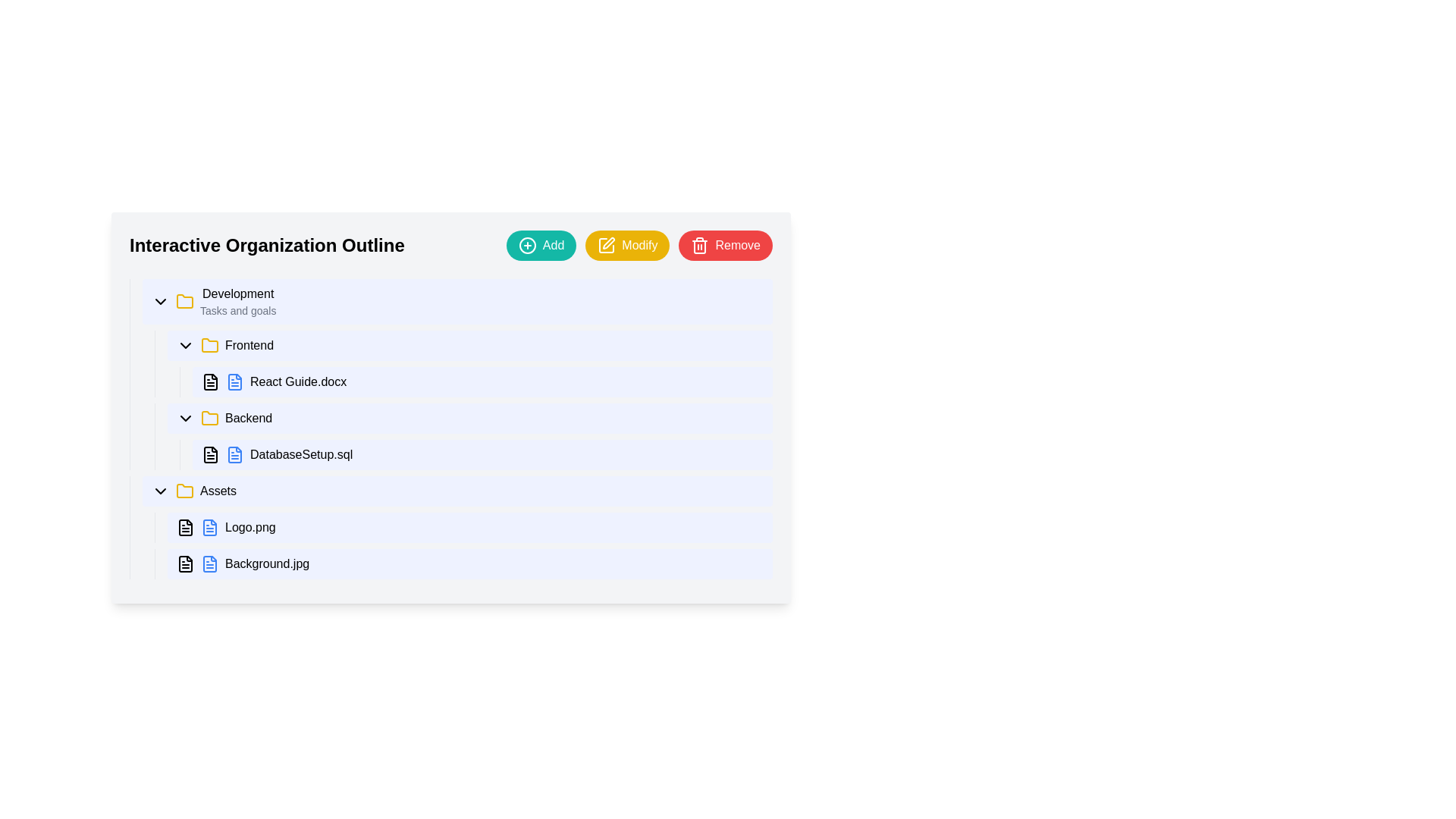 This screenshot has height=819, width=1456. I want to click on the 'React Guide.docx' file entry, which is the second item under the 'Frontend' section, so click(475, 381).